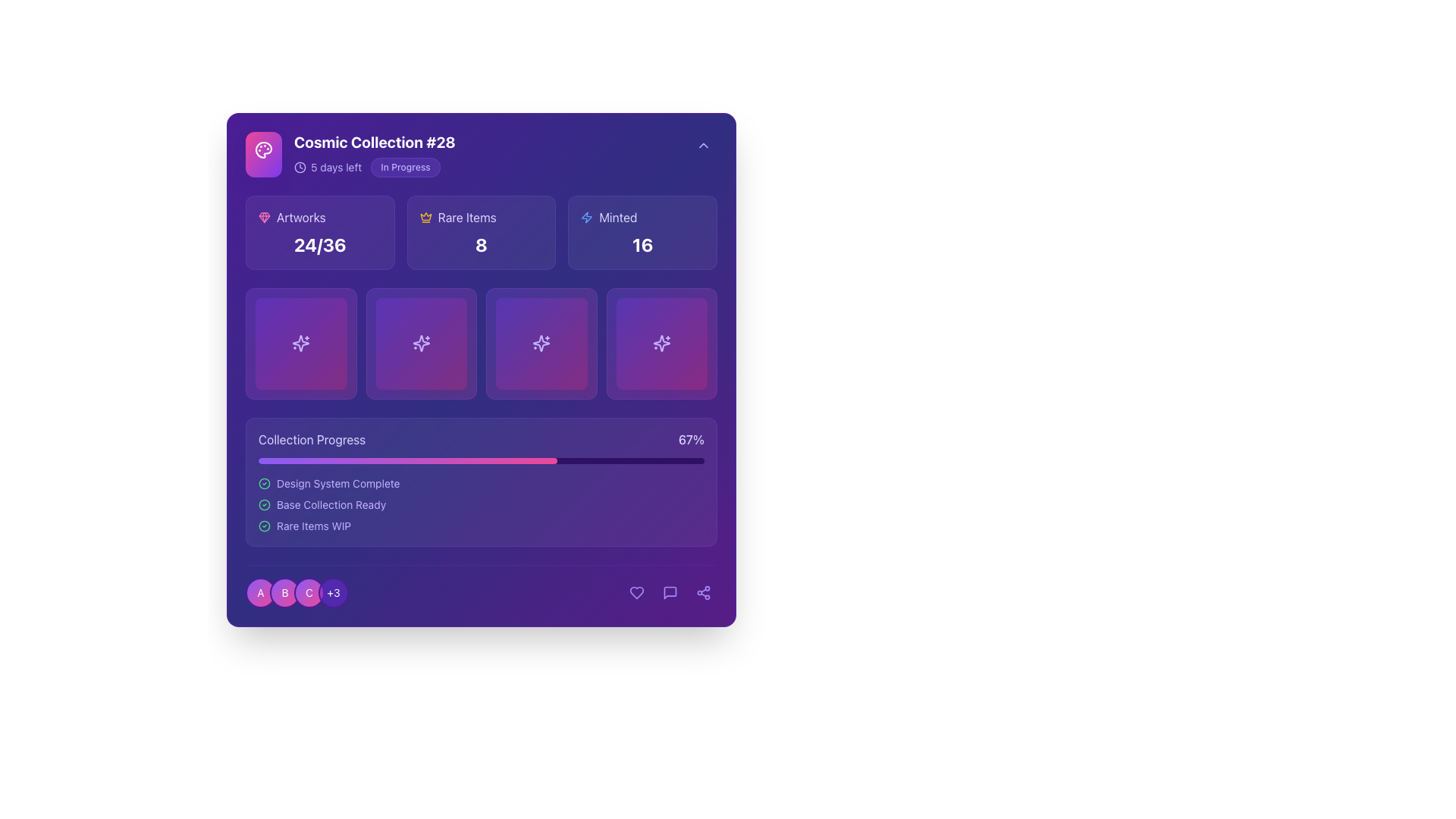 This screenshot has width=1456, height=819. What do you see at coordinates (637, 591) in the screenshot?
I see `the heart icon located in the bottom-right corner of the interface` at bounding box center [637, 591].